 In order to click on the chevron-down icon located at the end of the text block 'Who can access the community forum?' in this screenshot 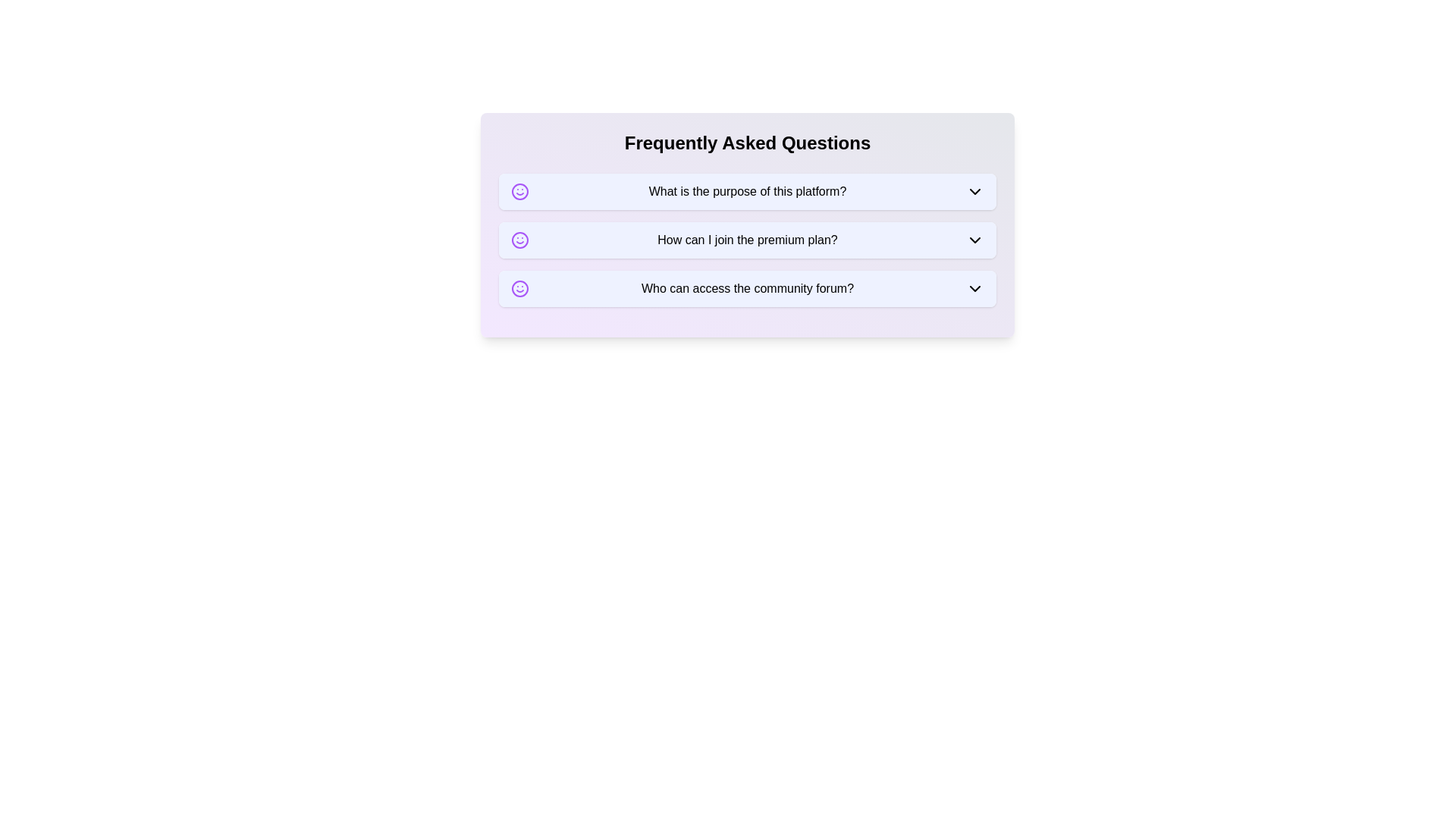, I will do `click(975, 289)`.